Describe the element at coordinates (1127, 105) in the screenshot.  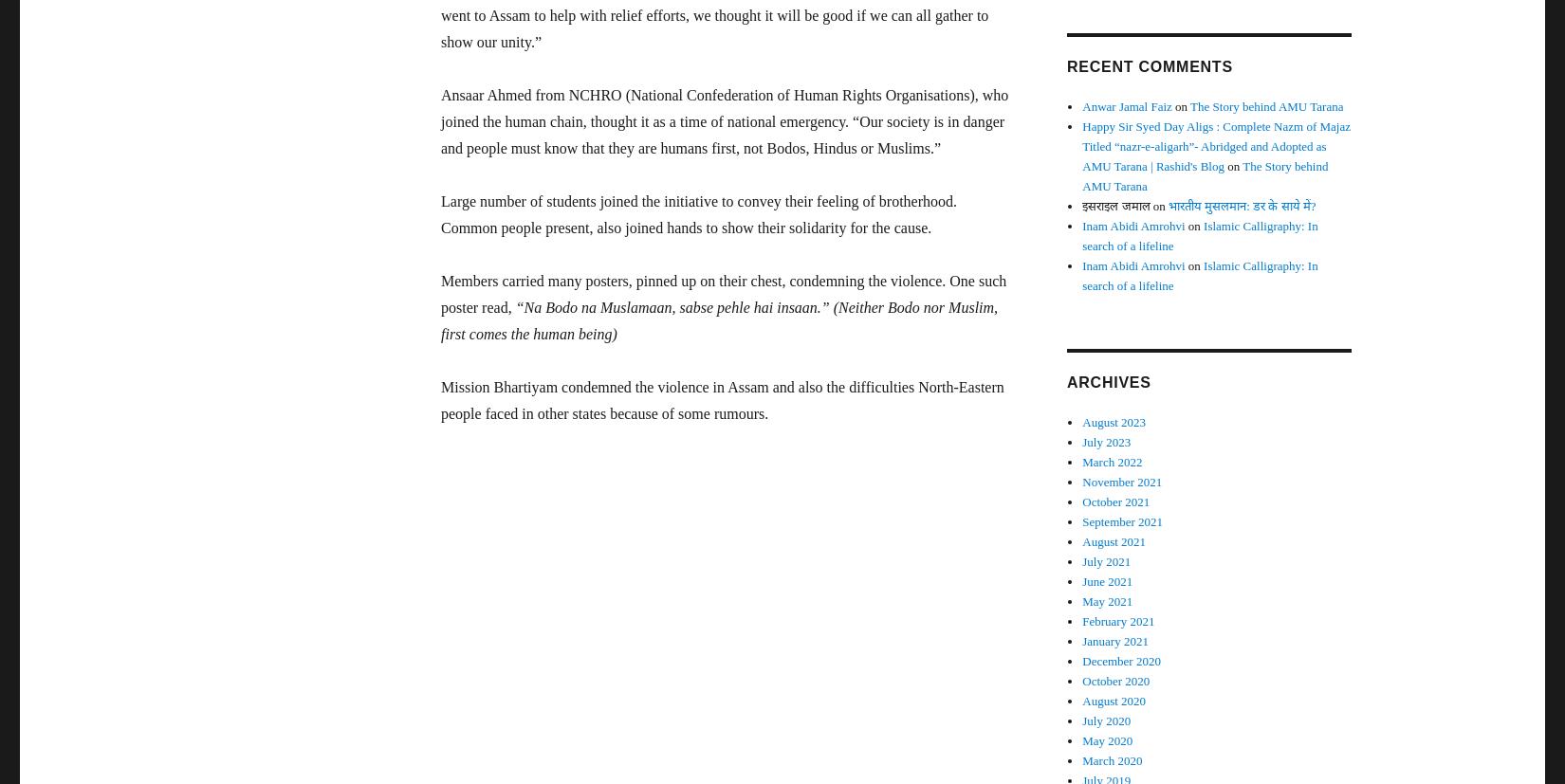
I see `'Anwar Jamal Faiz'` at that location.